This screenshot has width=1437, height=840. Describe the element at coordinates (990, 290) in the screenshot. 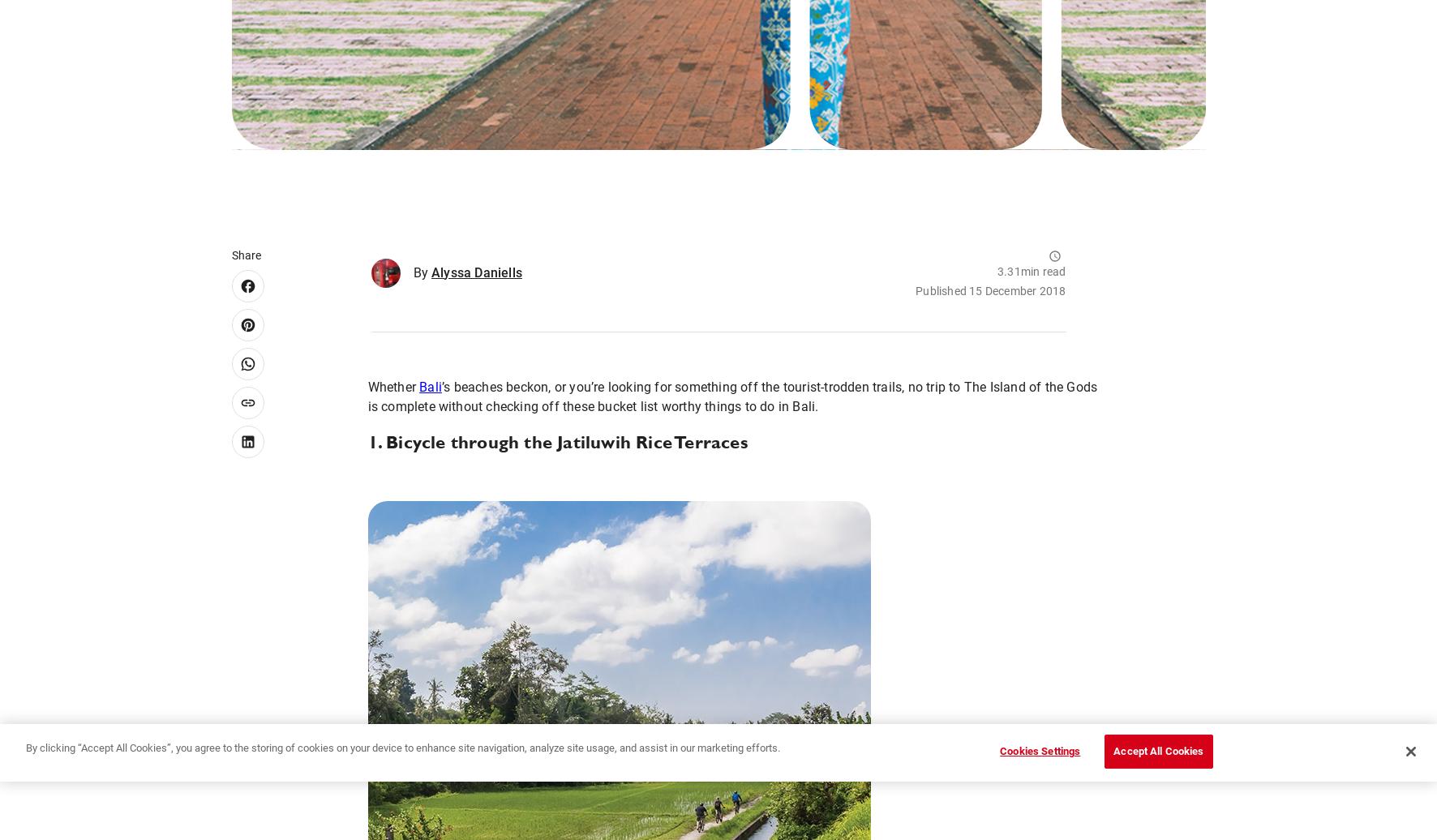

I see `'Published 15 December 2018'` at that location.